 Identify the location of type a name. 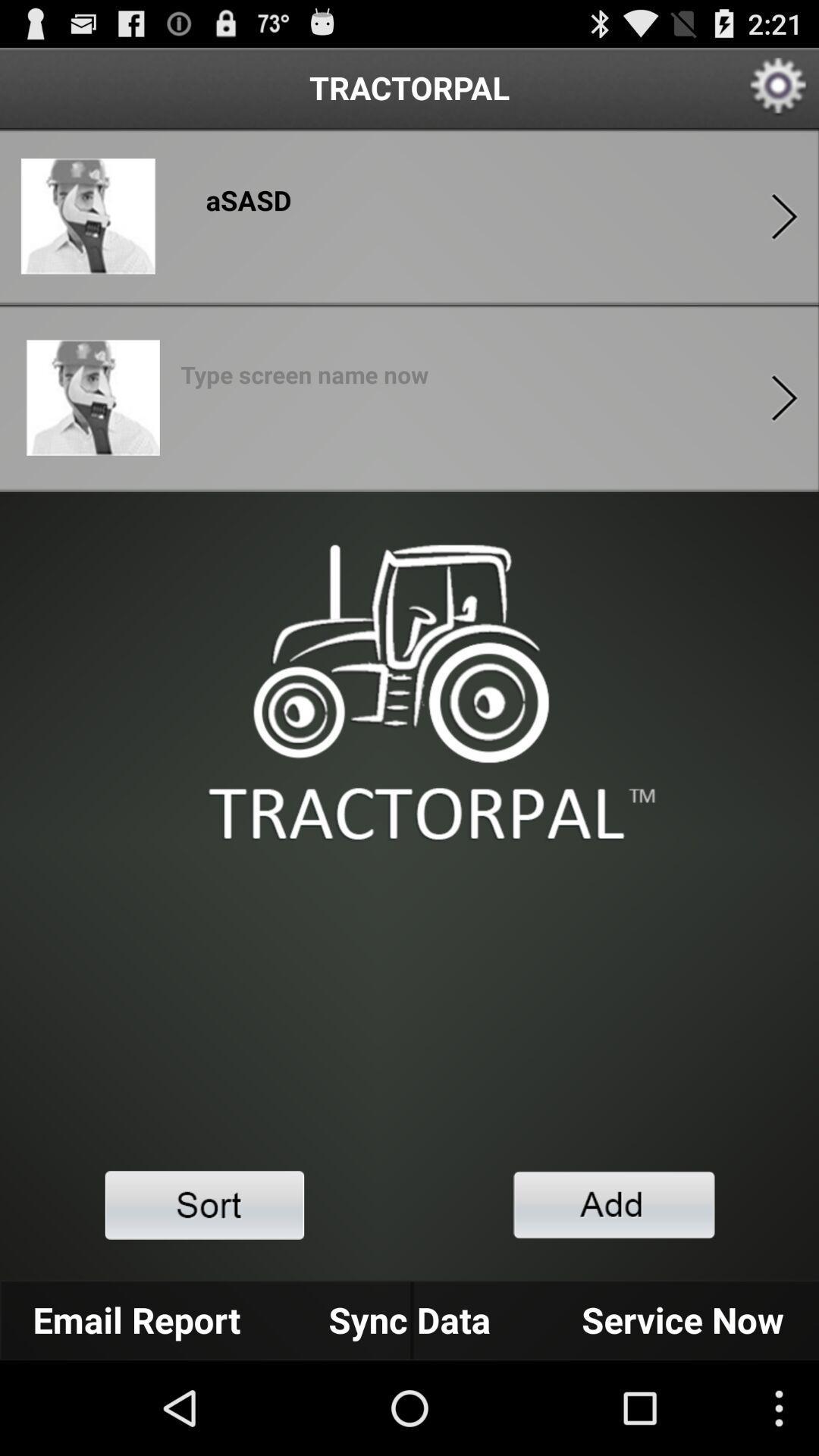
(304, 379).